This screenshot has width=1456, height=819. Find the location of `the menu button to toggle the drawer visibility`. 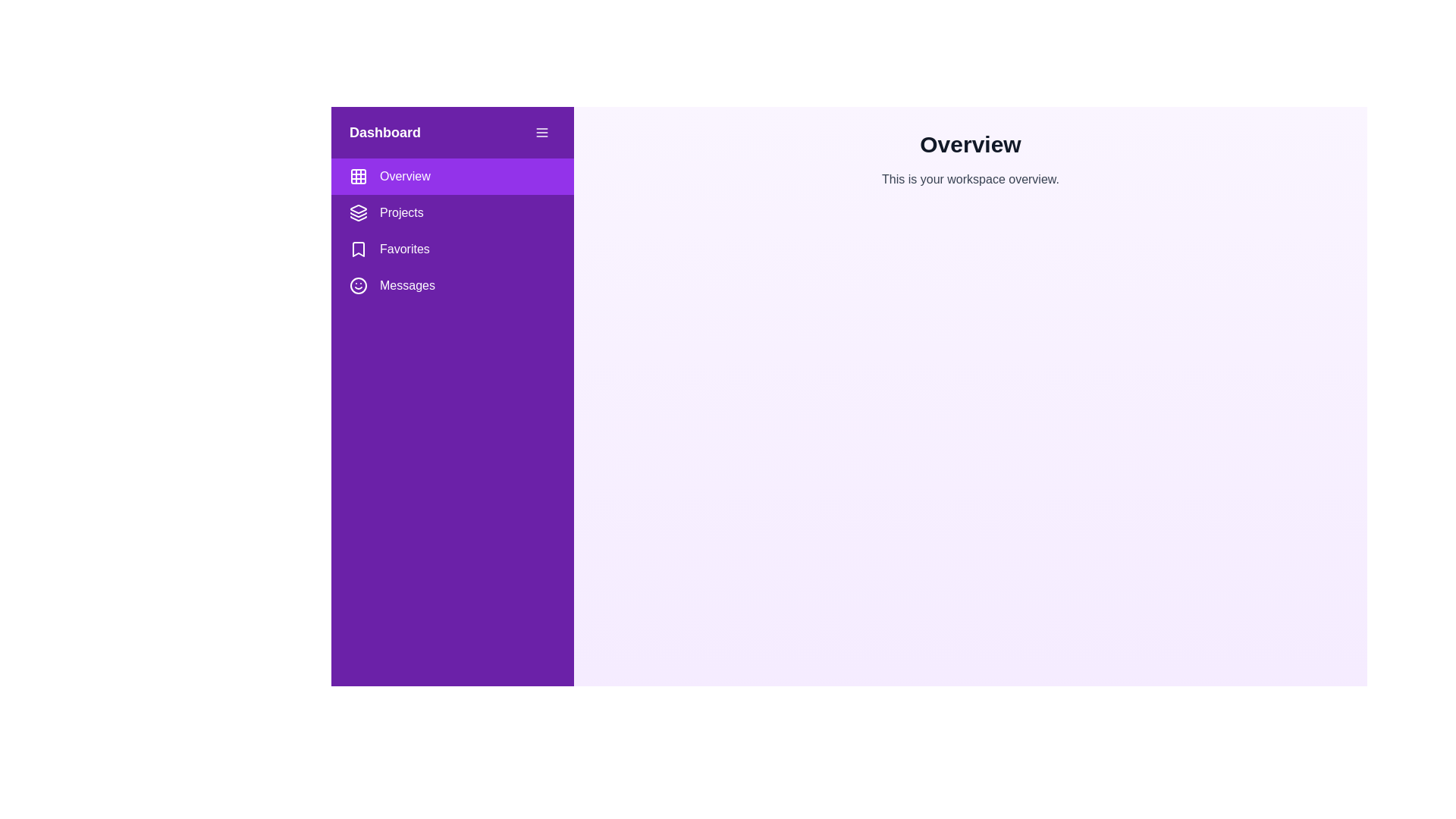

the menu button to toggle the drawer visibility is located at coordinates (542, 131).